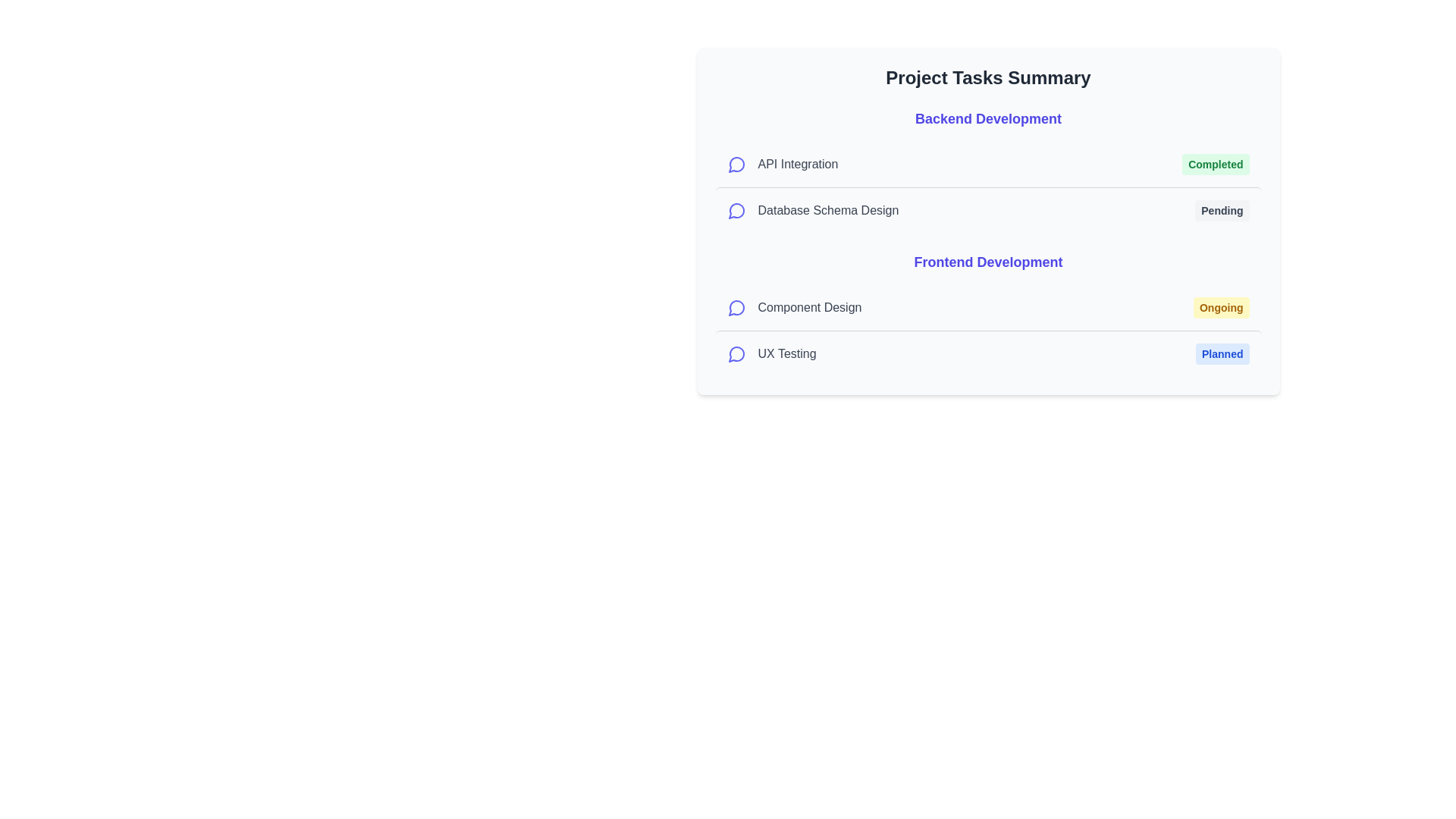 The image size is (1456, 819). Describe the element at coordinates (988, 307) in the screenshot. I see `the first task entry` at that location.